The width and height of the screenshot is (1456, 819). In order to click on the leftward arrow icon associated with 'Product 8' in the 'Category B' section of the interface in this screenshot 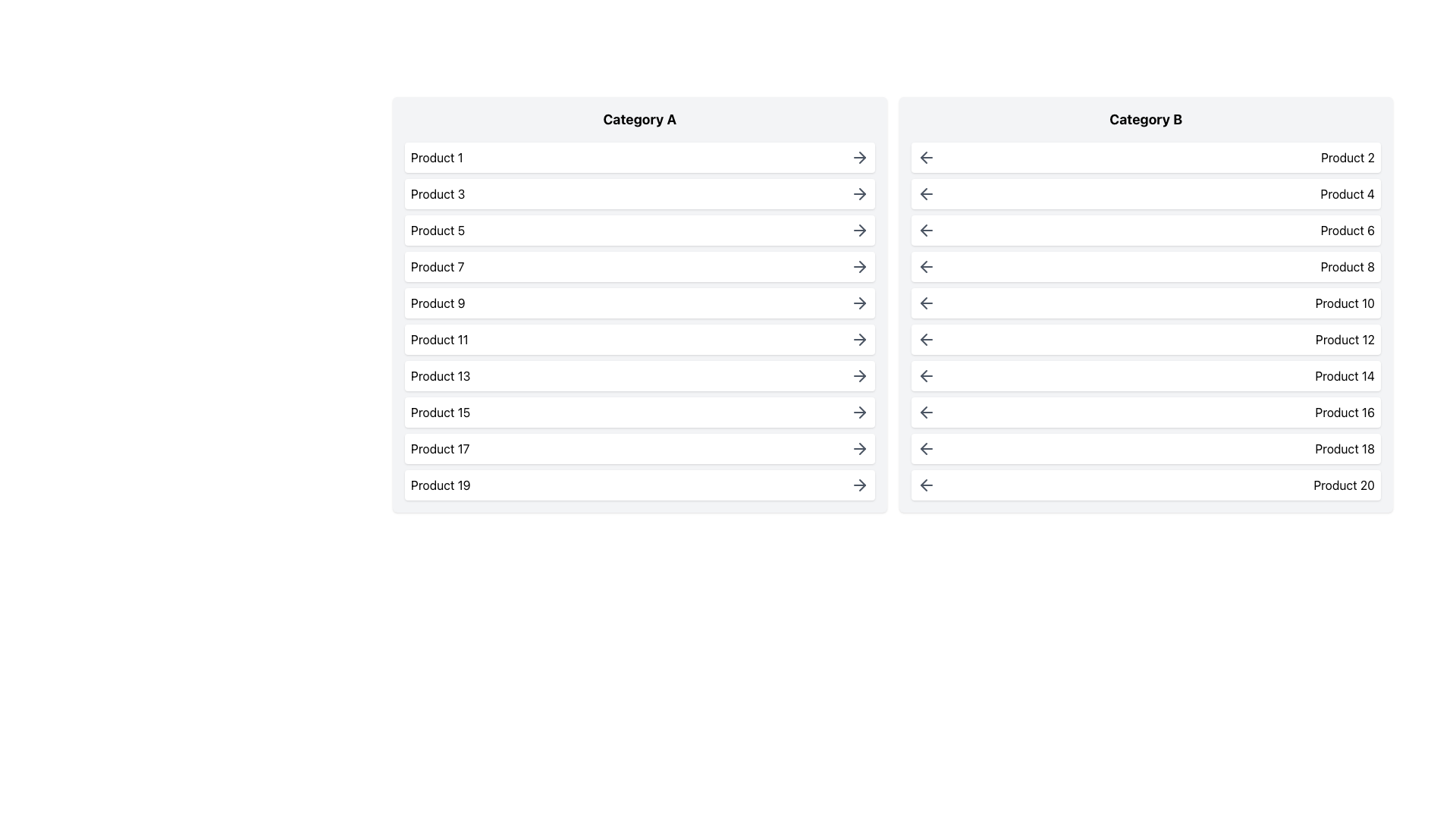, I will do `click(923, 265)`.